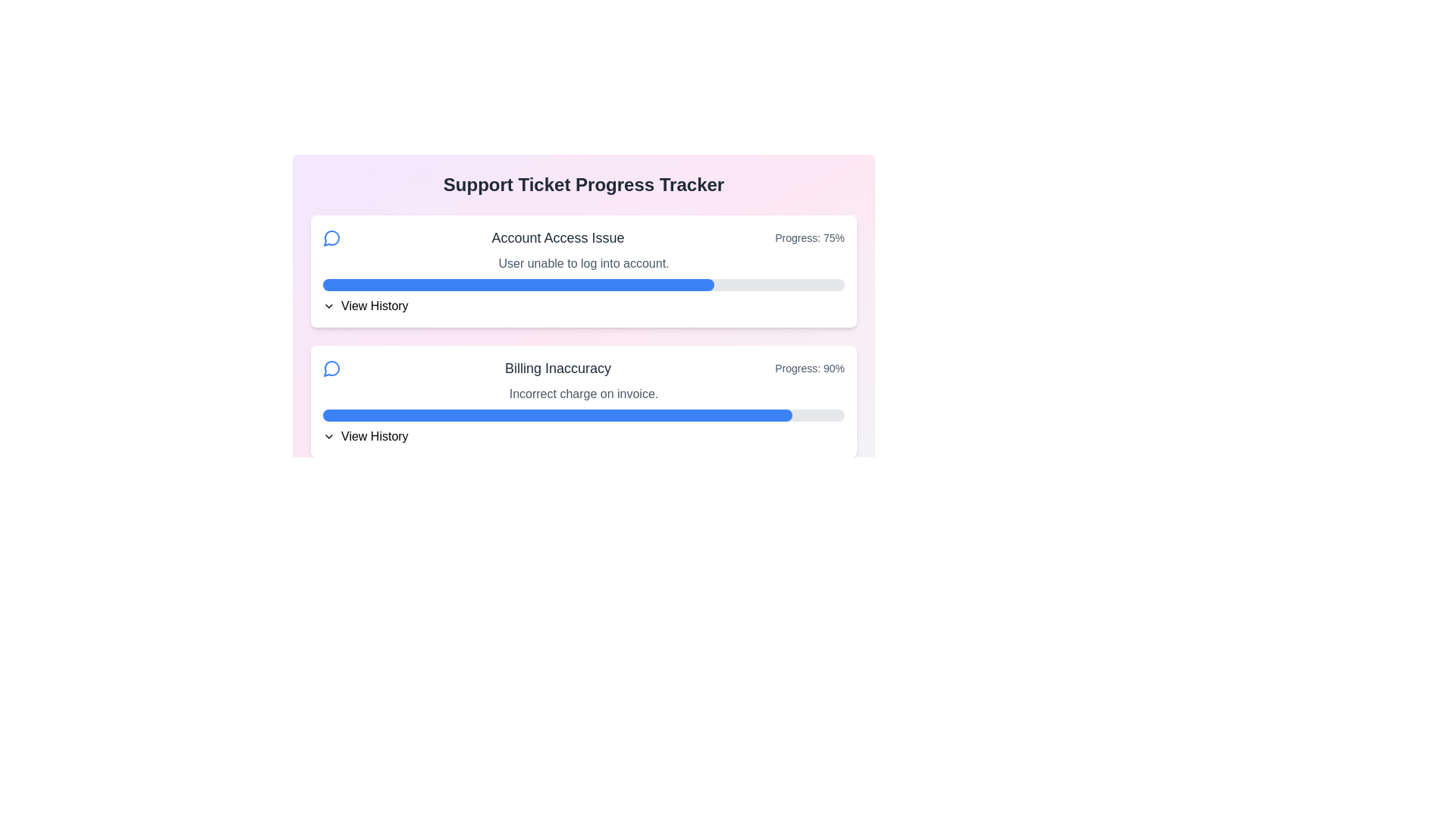  I want to click on the text label displaying 'Incorrect charge on invoice.' which is located below the header 'Billing Inaccuracy' and above the progress bar in the second card, so click(582, 394).